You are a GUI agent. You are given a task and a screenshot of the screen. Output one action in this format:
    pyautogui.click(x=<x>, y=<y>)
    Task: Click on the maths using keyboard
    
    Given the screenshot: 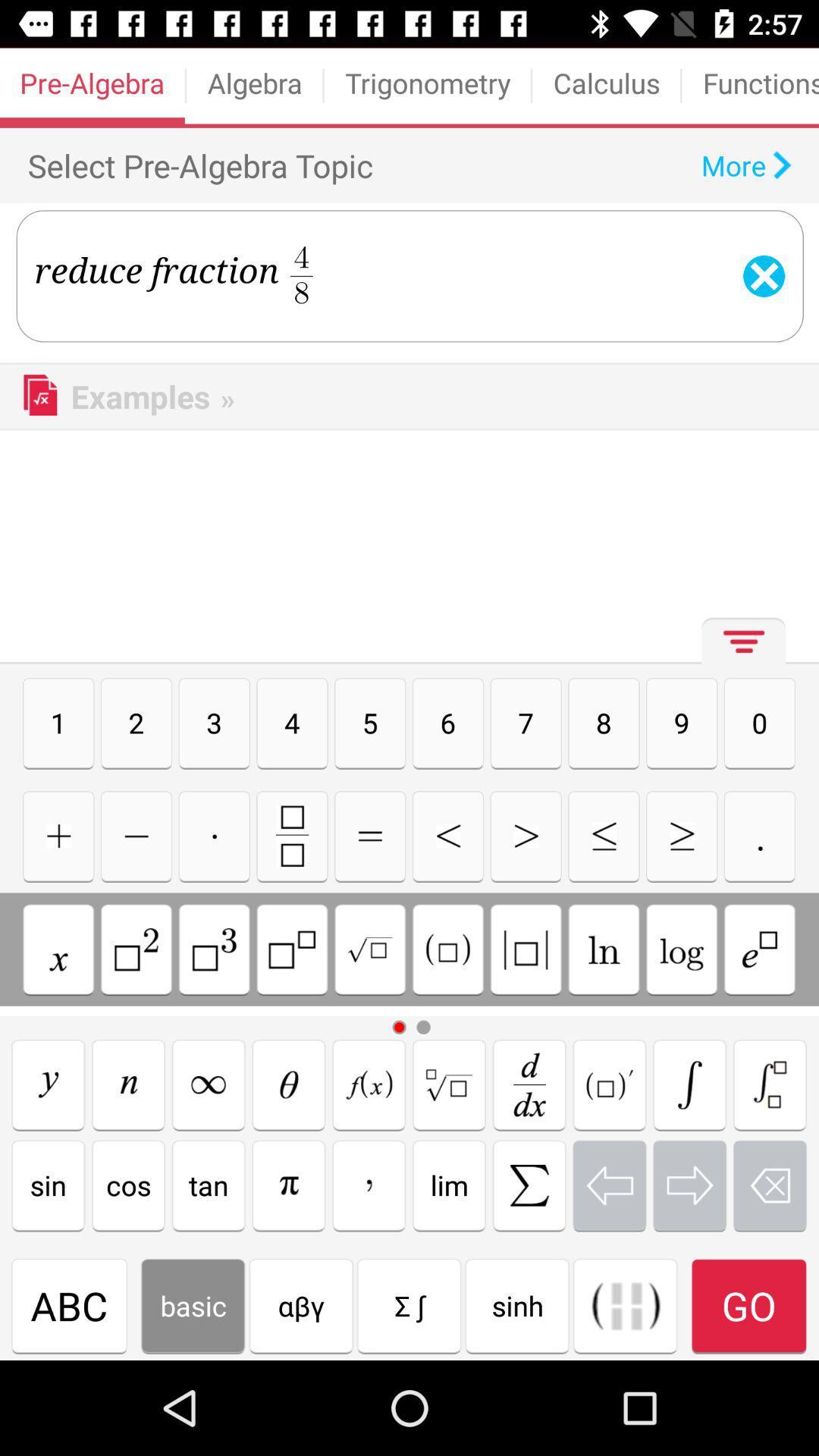 What is the action you would take?
    pyautogui.click(x=369, y=1084)
    